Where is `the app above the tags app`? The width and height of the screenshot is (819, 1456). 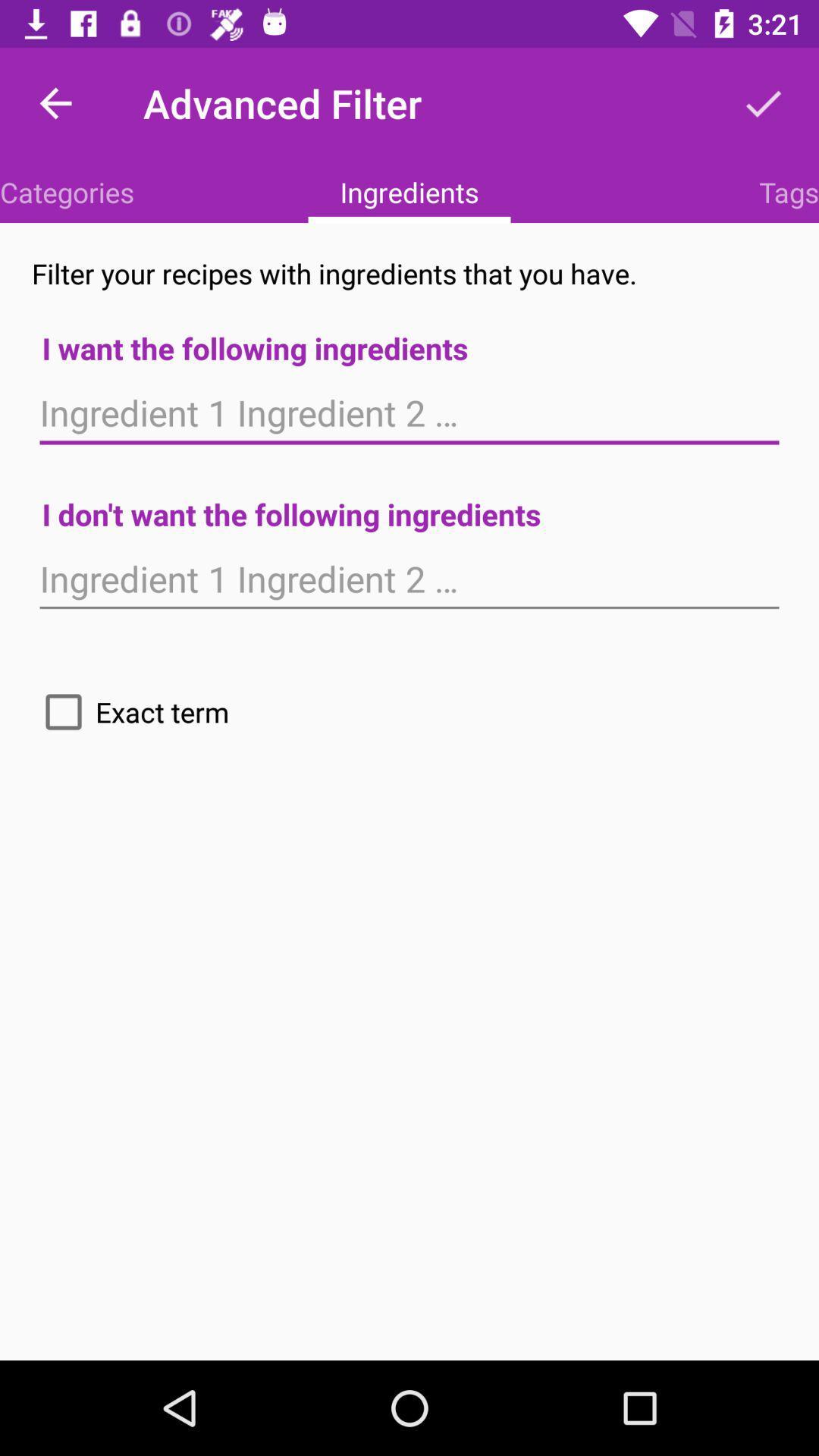 the app above the tags app is located at coordinates (763, 102).